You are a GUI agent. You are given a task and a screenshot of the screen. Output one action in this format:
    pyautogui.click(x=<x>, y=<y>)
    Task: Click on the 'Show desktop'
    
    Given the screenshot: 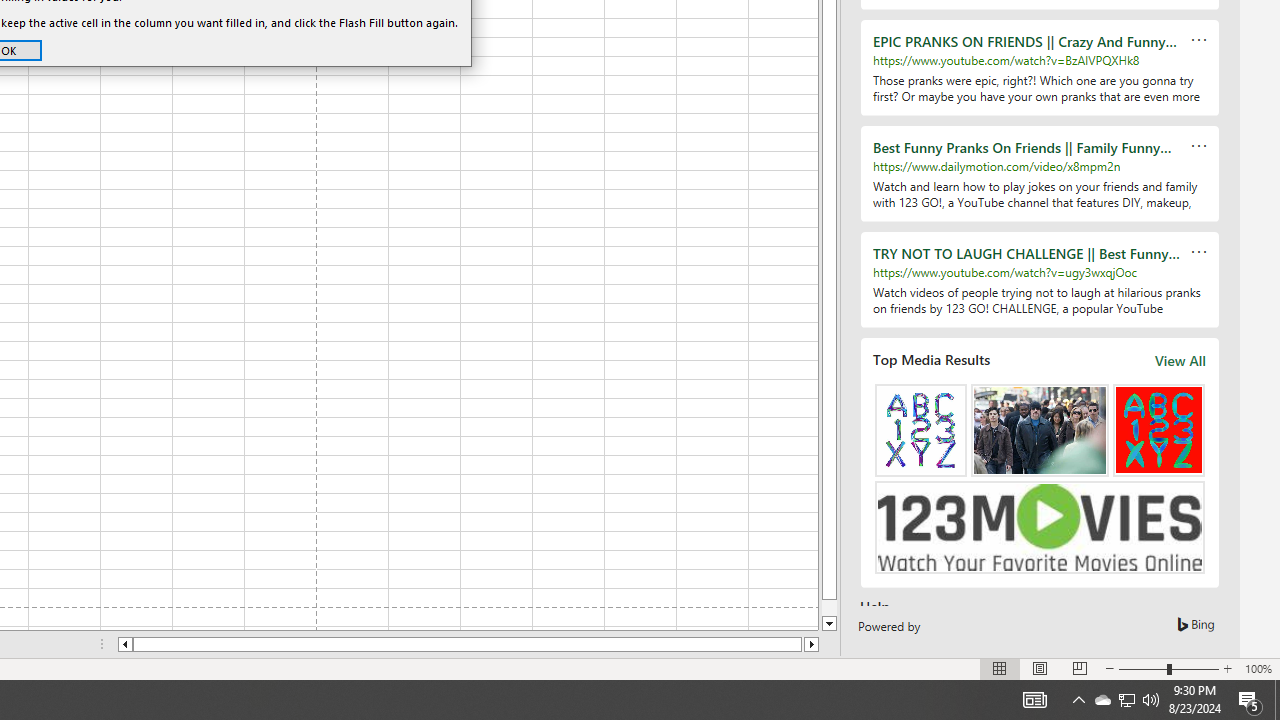 What is the action you would take?
    pyautogui.click(x=1276, y=698)
    